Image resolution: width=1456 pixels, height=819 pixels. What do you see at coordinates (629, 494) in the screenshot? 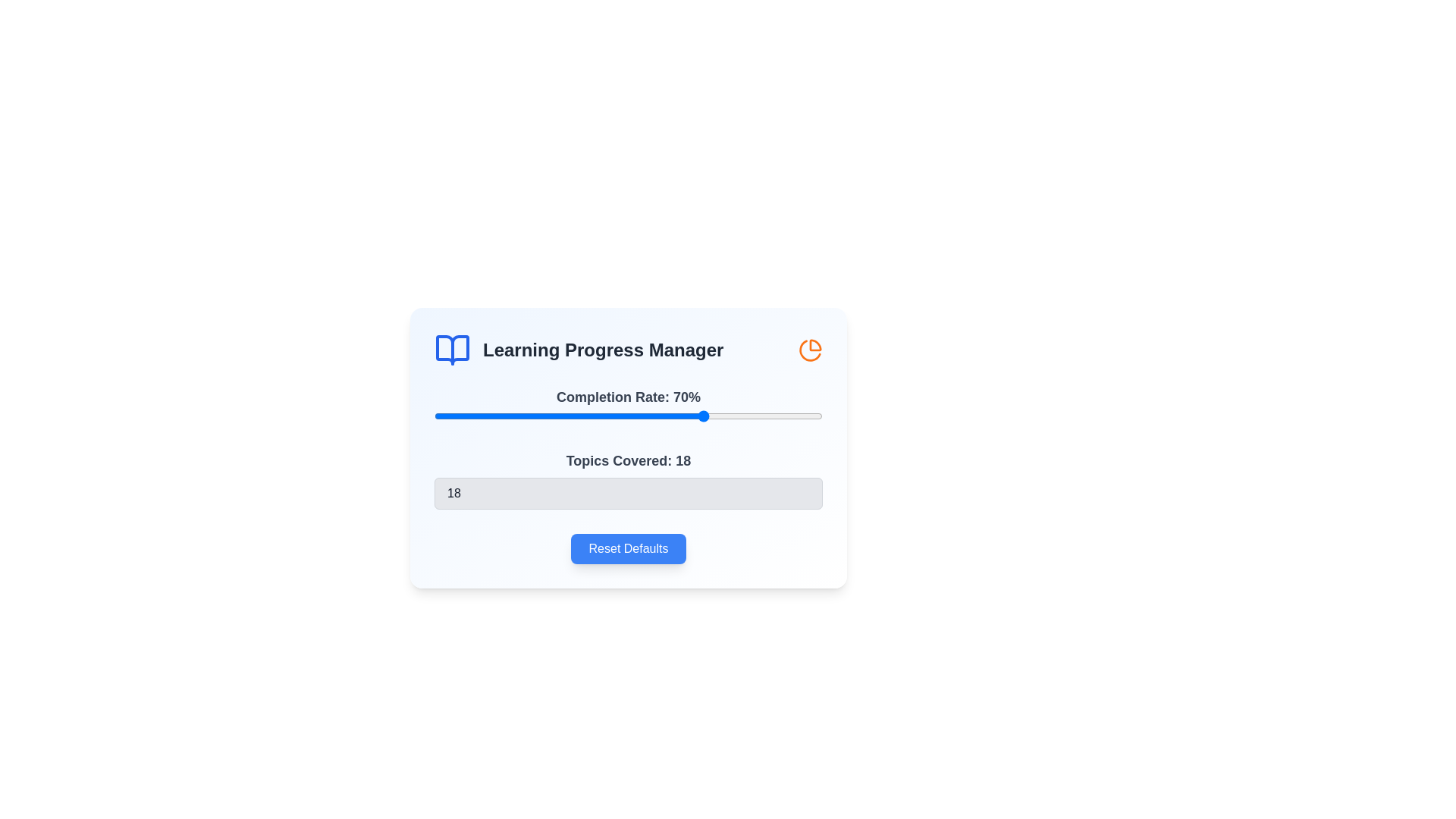
I see `the number of topics covered to 48 by entering the value in the input box` at bounding box center [629, 494].